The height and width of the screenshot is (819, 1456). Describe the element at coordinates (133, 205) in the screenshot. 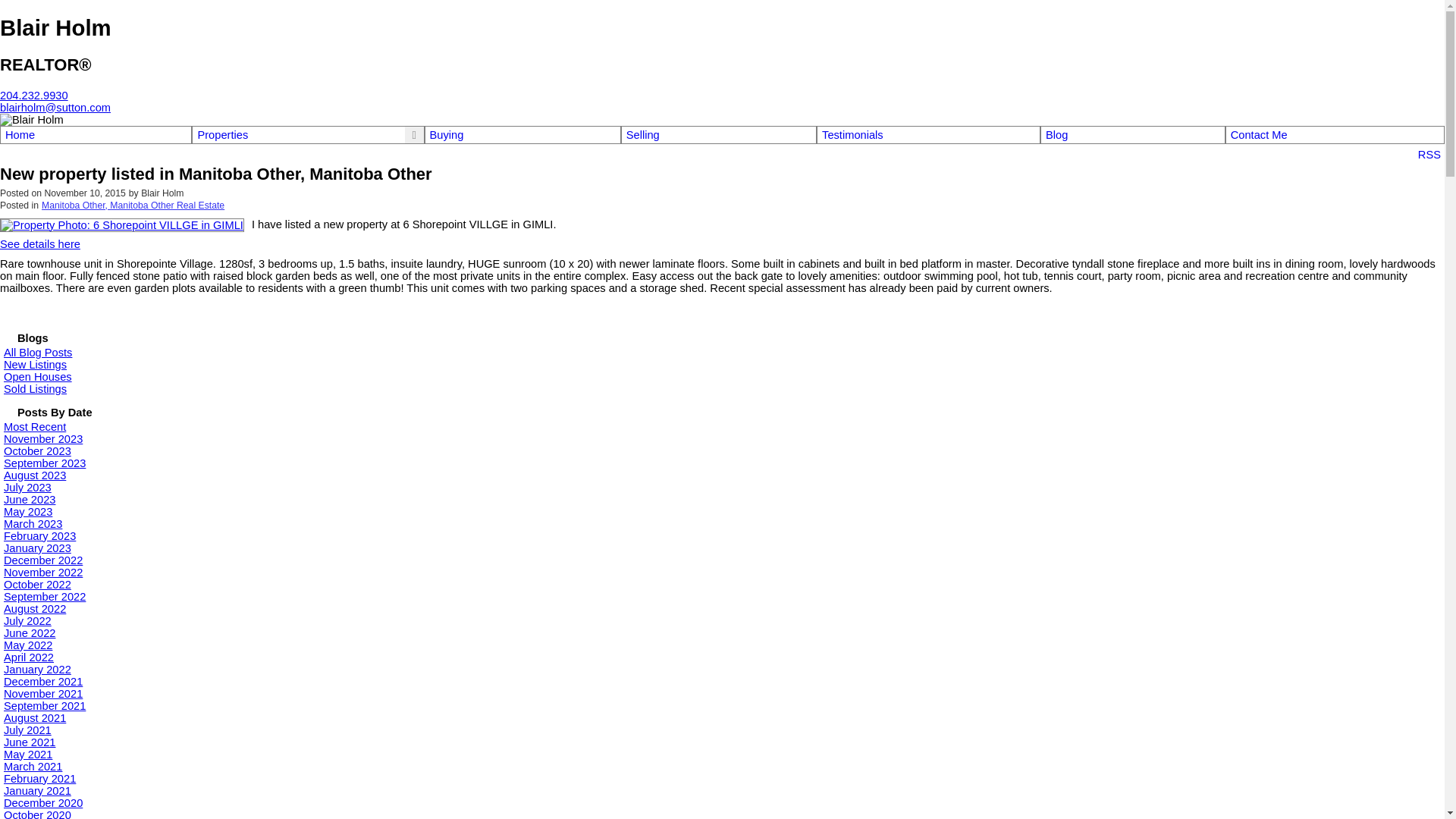

I see `'Manitoba Other, Manitoba Other Real Estate'` at that location.